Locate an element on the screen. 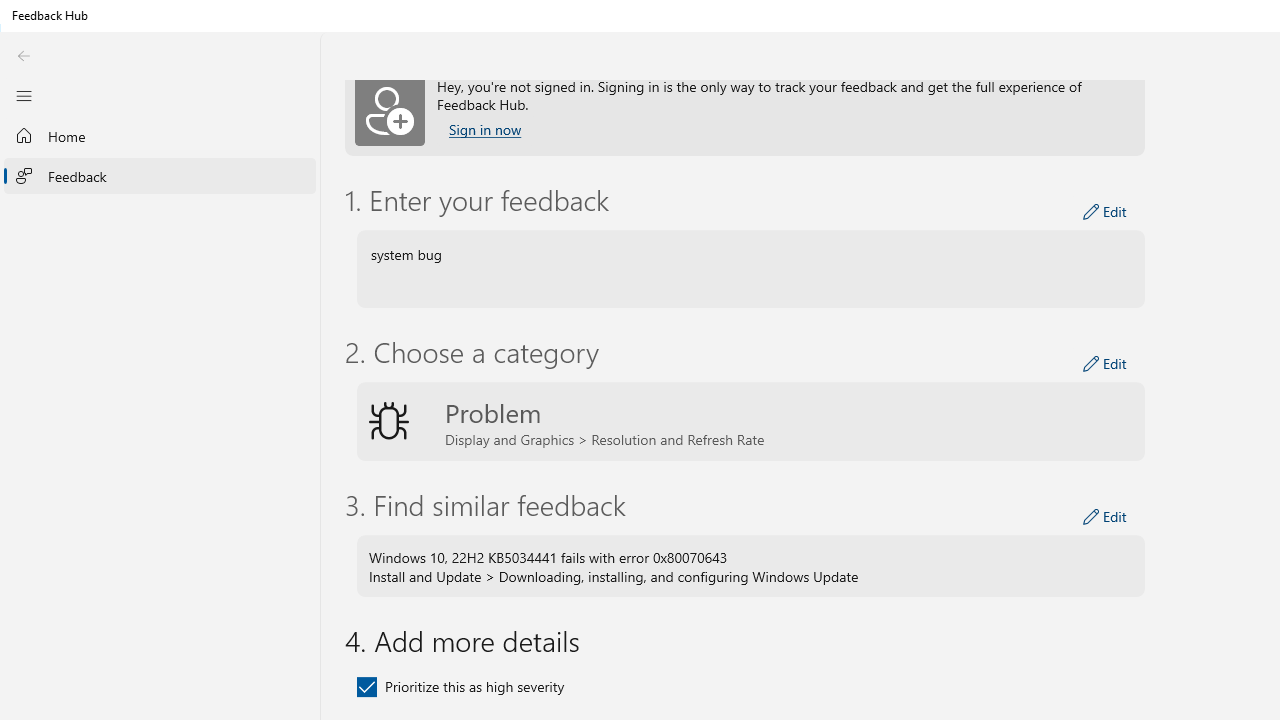 The width and height of the screenshot is (1280, 720). 'Sign in now' is located at coordinates (485, 129).